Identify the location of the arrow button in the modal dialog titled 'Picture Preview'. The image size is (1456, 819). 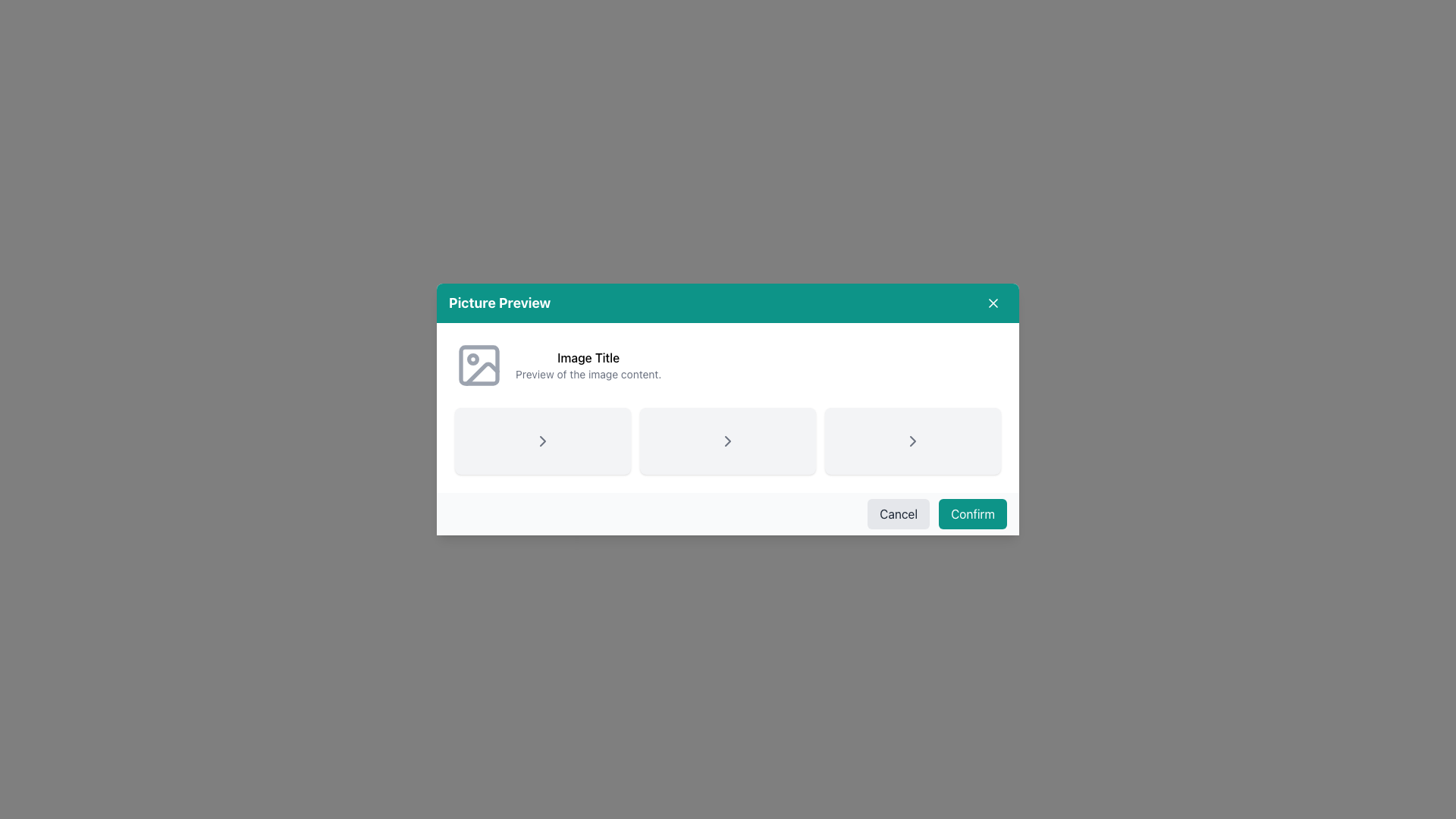
(728, 409).